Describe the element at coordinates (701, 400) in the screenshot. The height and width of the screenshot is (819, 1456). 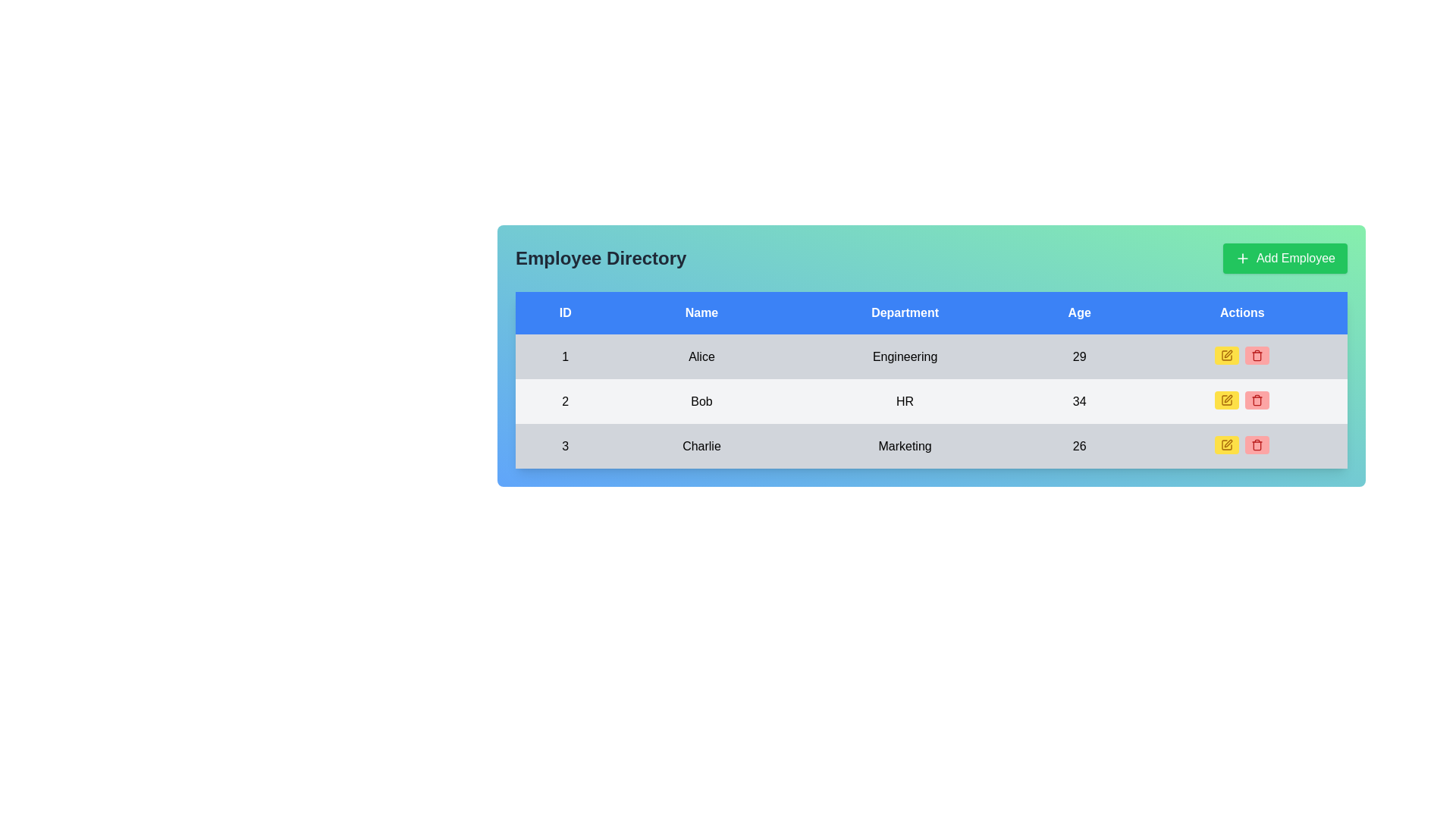
I see `the table cell representing the name of an employee located in the second row under the 'Name' column` at that location.